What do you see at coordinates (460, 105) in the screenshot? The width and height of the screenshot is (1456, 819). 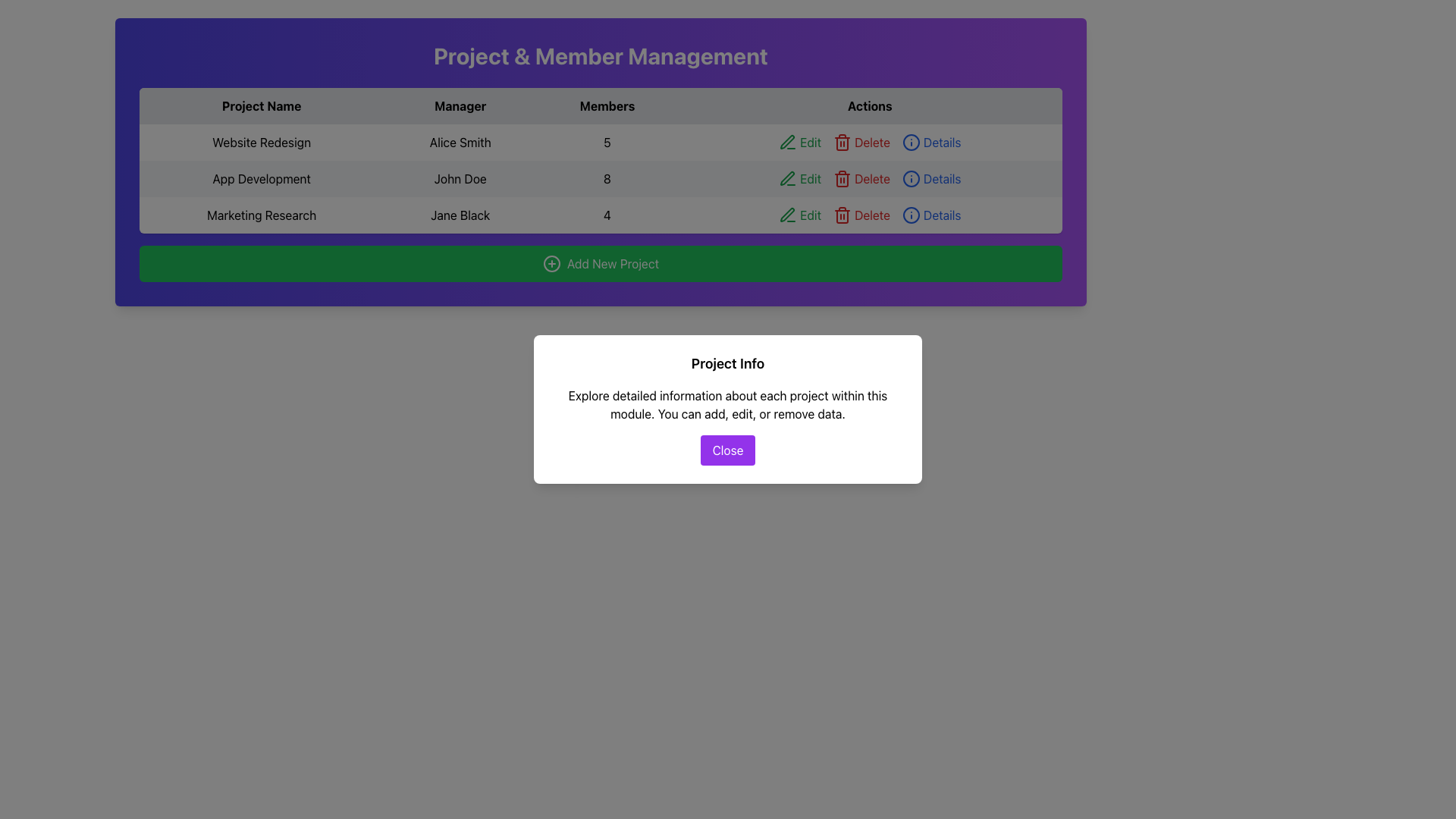 I see `the 'Manager' label, which is the second item in a header row of four labels in a purple header section, located above a tabular layout` at bounding box center [460, 105].